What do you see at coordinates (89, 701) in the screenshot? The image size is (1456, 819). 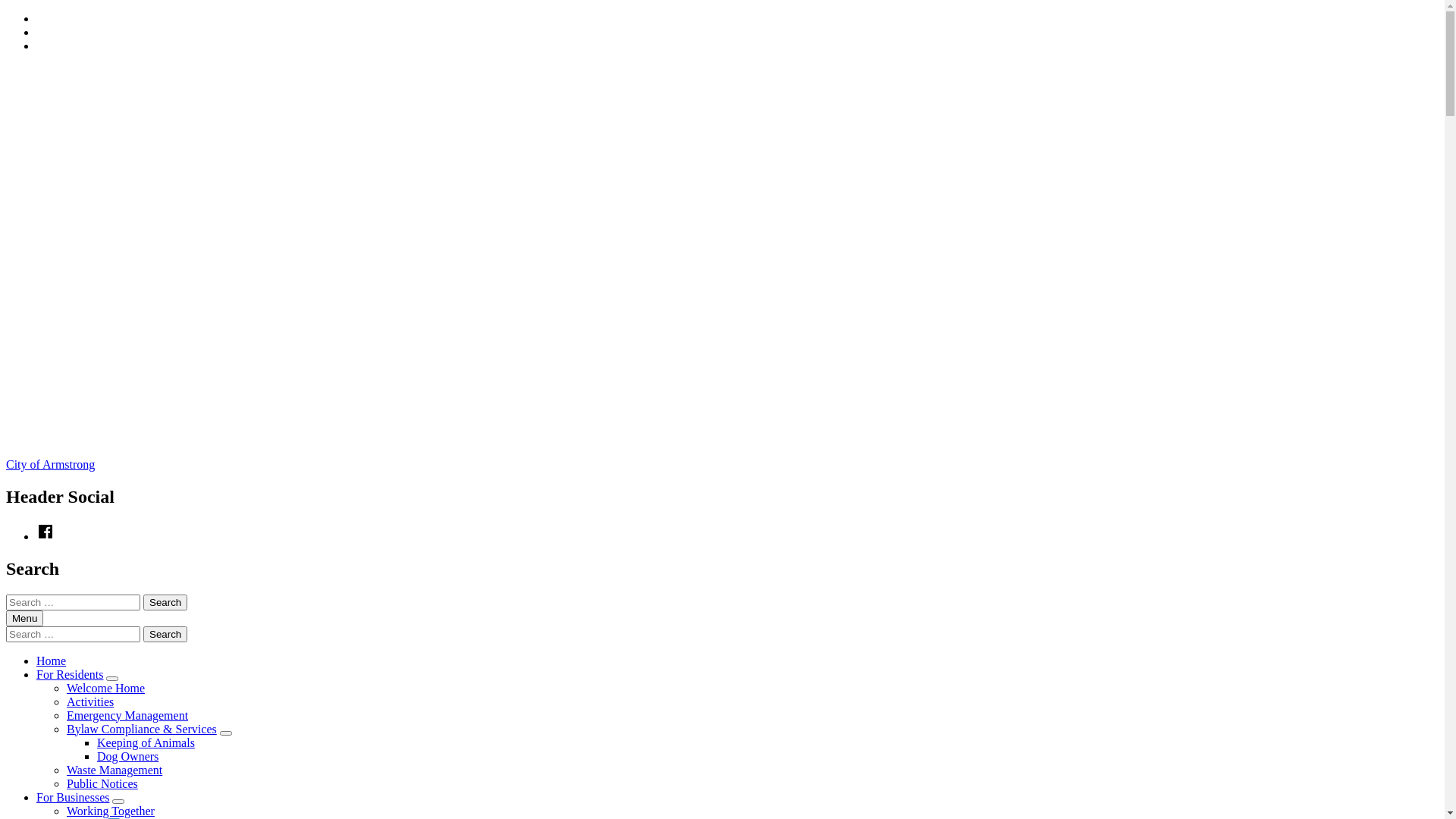 I see `'Activities'` at bounding box center [89, 701].